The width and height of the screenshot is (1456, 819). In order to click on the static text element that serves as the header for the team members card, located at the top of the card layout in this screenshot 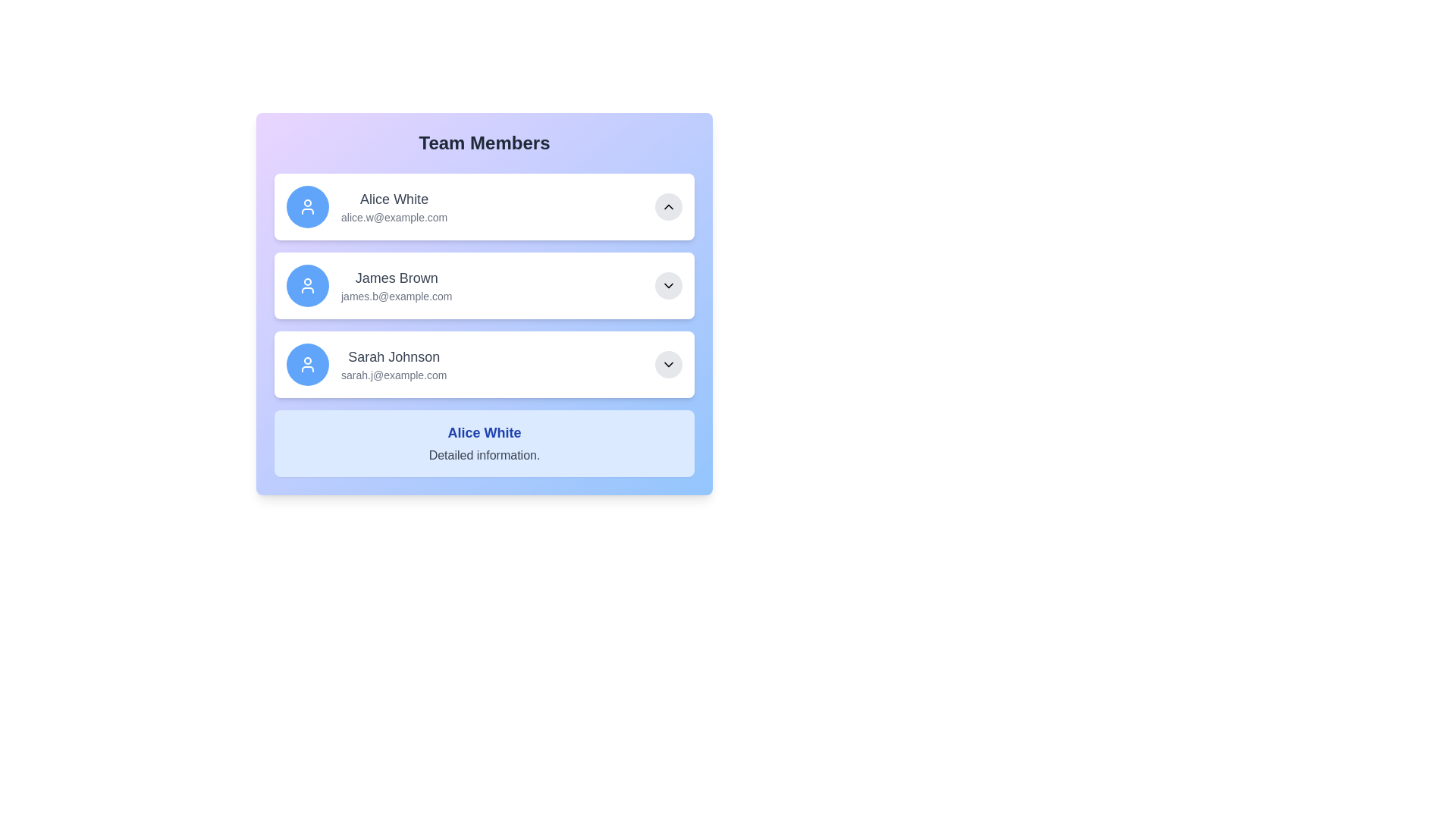, I will do `click(483, 143)`.